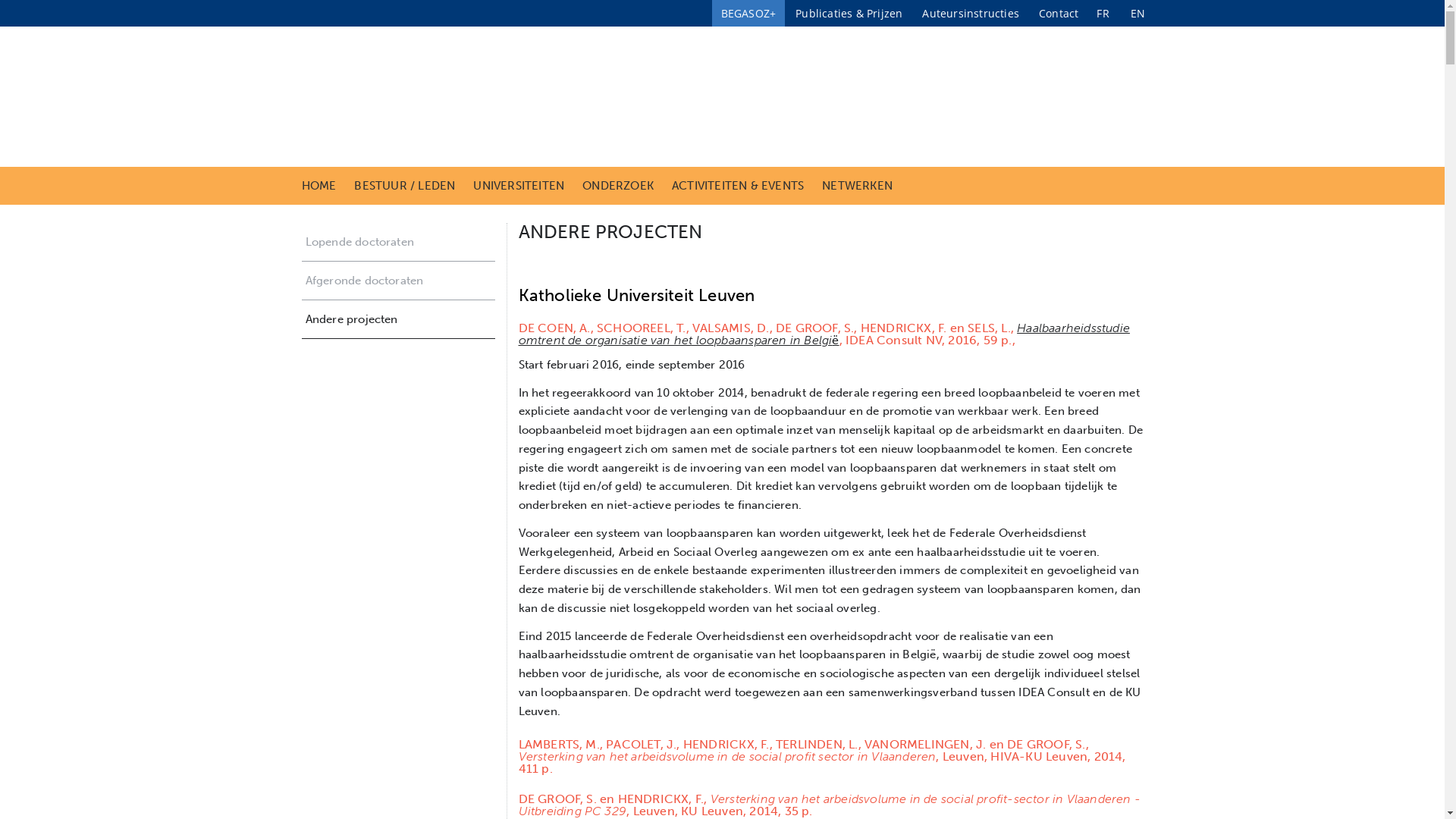 The width and height of the screenshot is (1456, 819). I want to click on 'EN', so click(1137, 13).